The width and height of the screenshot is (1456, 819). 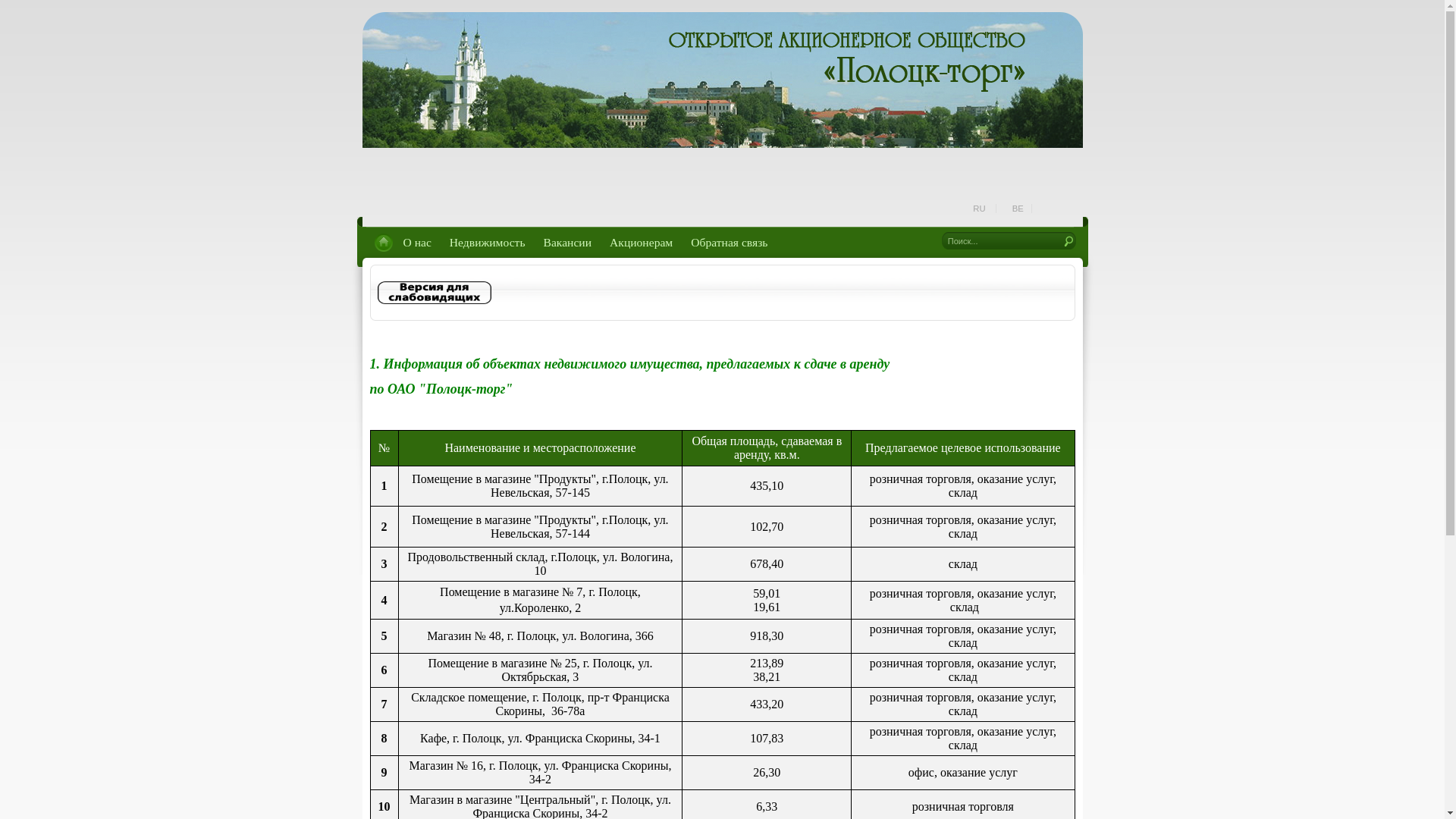 What do you see at coordinates (1018, 208) in the screenshot?
I see `'BE'` at bounding box center [1018, 208].